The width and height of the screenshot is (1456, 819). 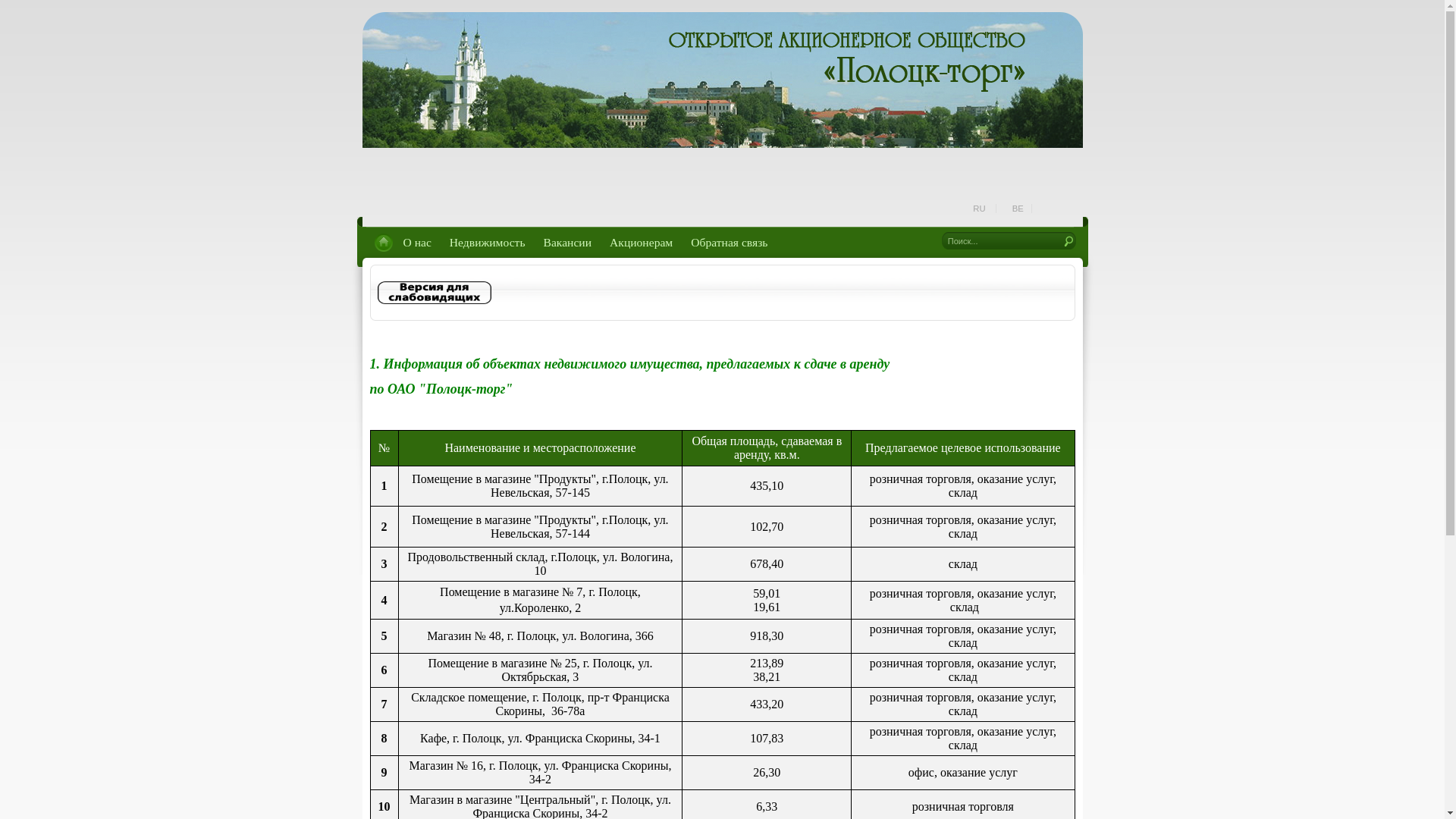 What do you see at coordinates (1018, 208) in the screenshot?
I see `'BE'` at bounding box center [1018, 208].